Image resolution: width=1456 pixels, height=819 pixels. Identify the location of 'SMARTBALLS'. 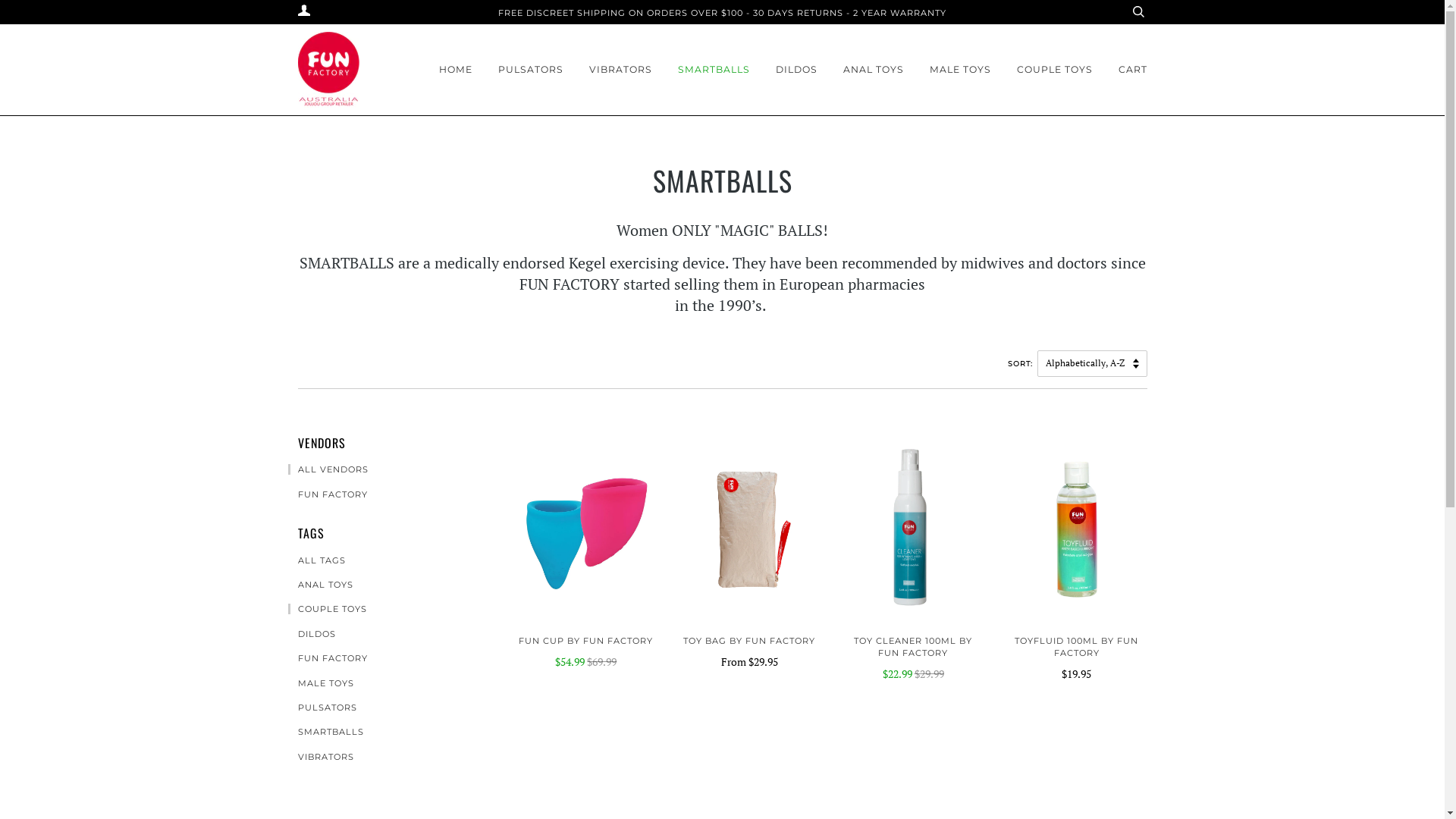
(713, 70).